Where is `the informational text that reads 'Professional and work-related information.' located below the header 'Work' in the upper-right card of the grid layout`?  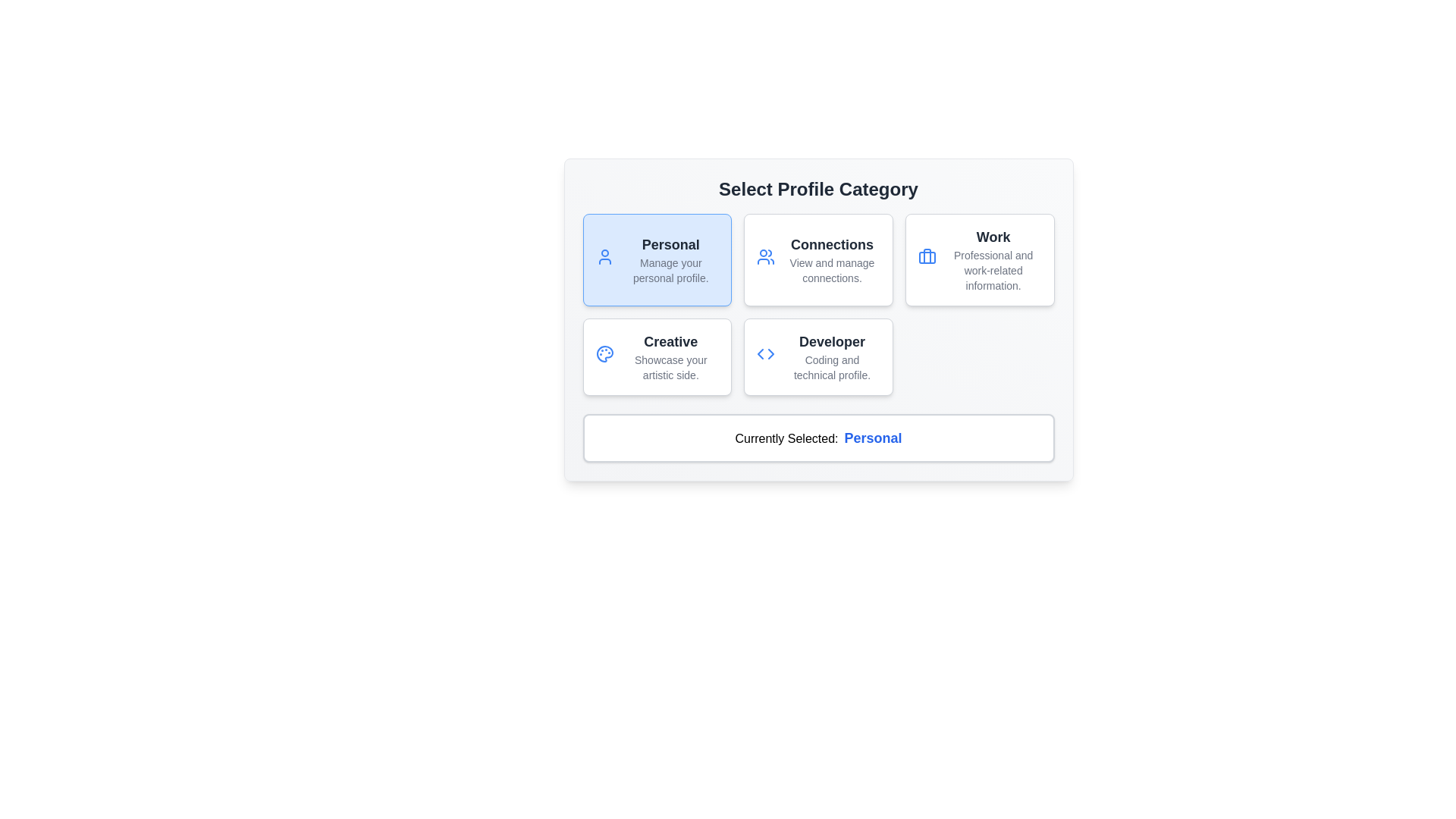
the informational text that reads 'Professional and work-related information.' located below the header 'Work' in the upper-right card of the grid layout is located at coordinates (993, 270).